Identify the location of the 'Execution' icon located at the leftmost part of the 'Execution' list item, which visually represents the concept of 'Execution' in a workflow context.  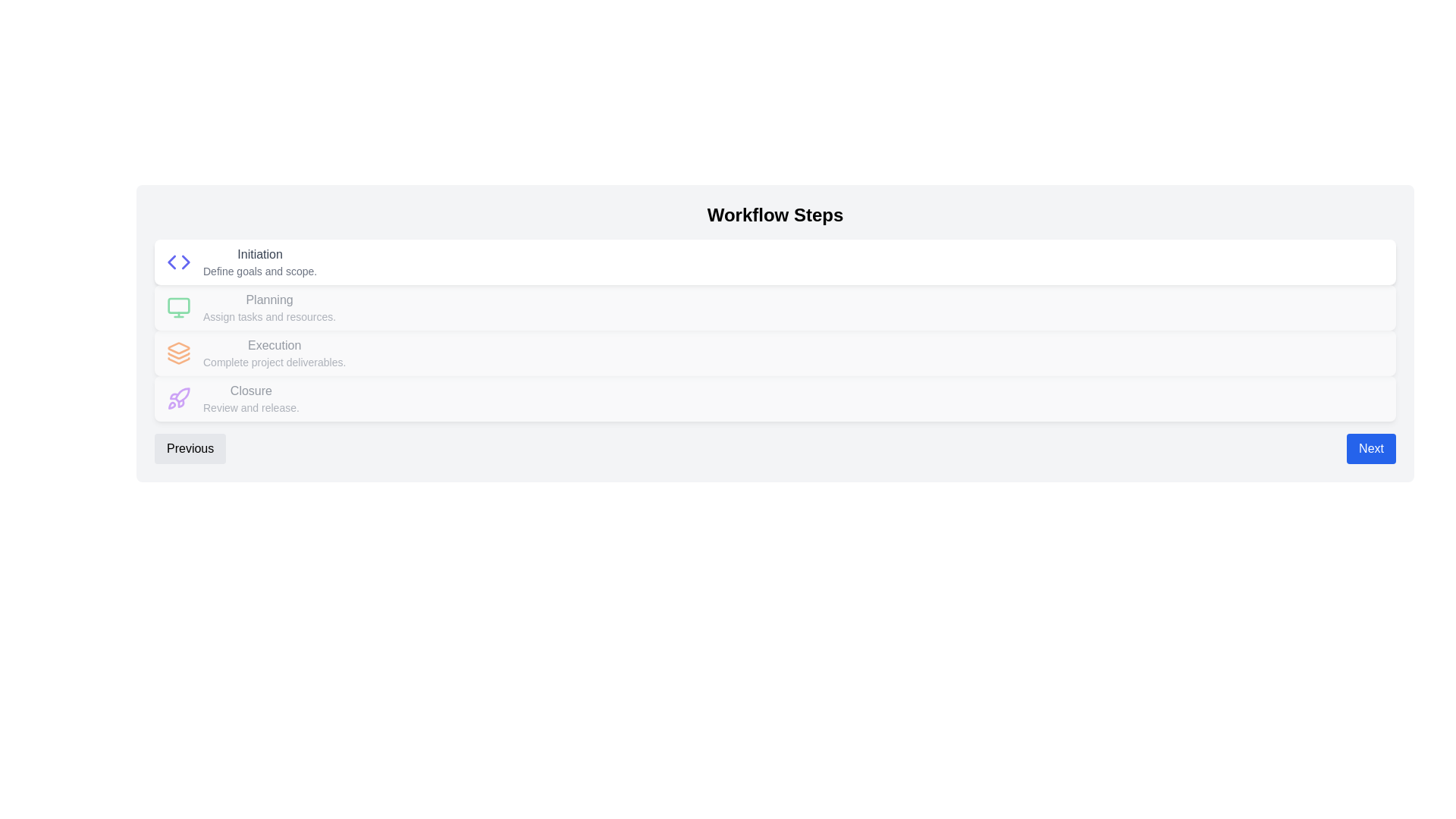
(178, 353).